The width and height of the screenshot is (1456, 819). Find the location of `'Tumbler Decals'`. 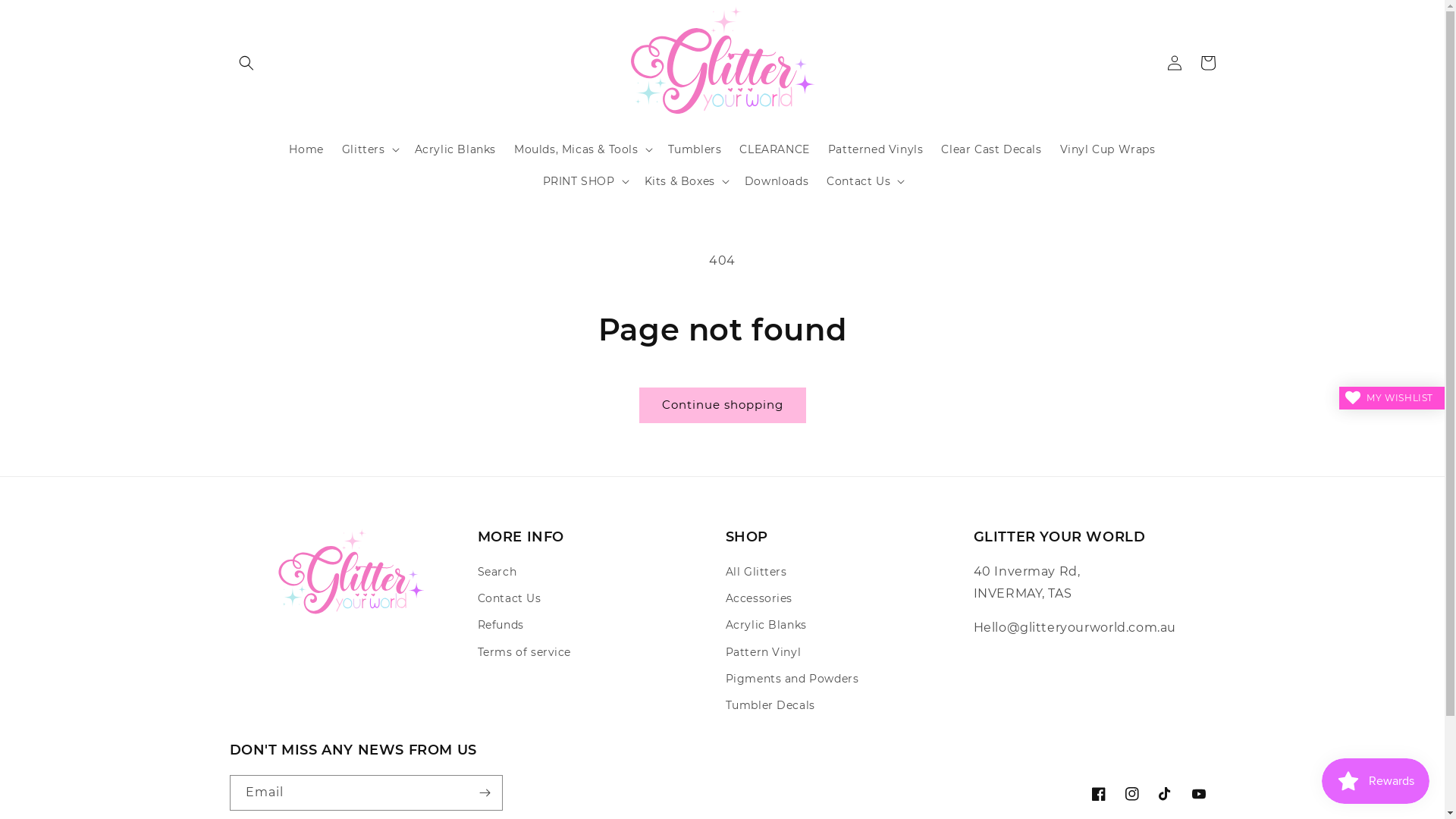

'Tumbler Decals' is located at coordinates (769, 705).